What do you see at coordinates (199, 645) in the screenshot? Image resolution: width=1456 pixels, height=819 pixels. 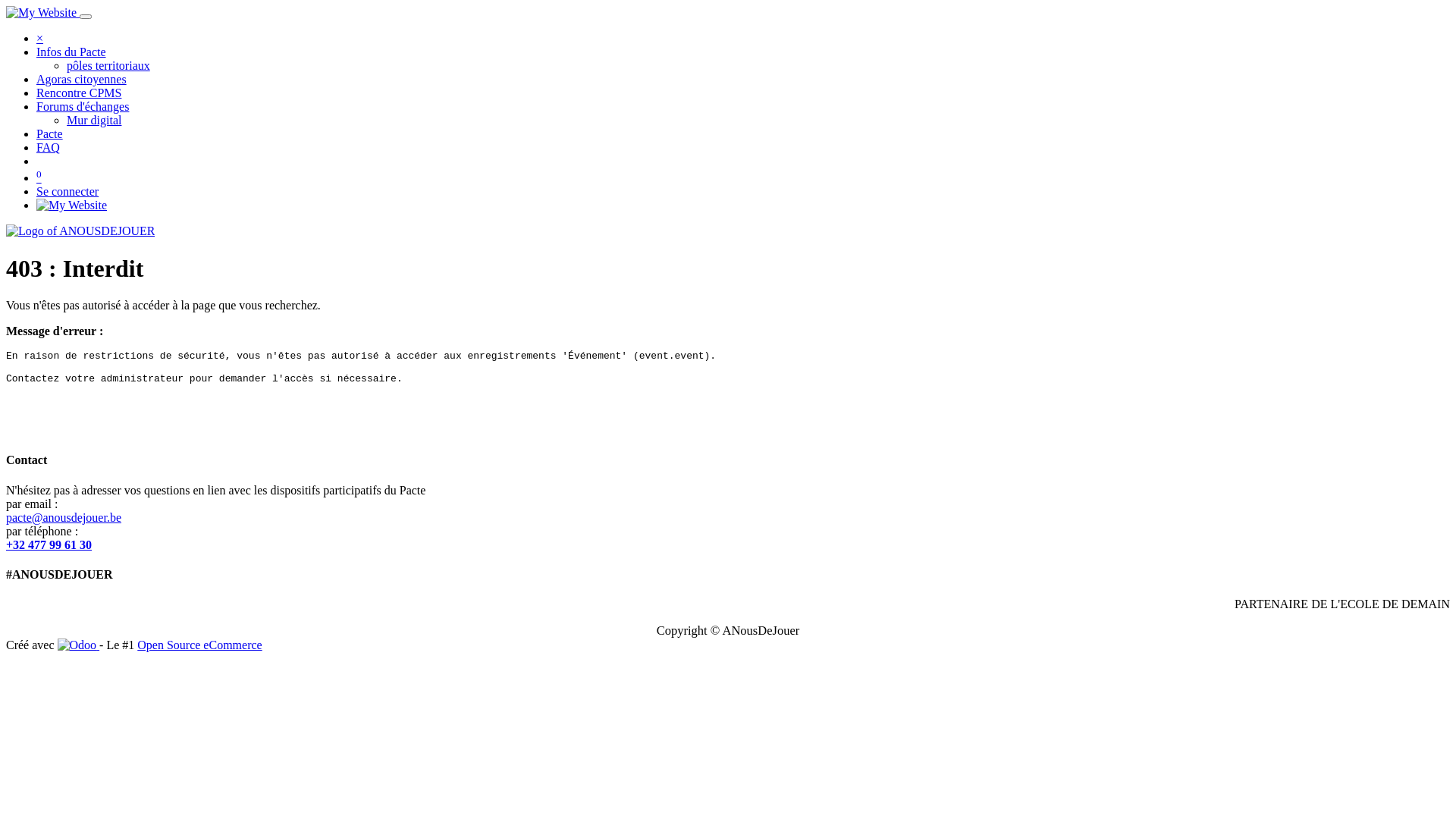 I see `'Open Source eCommerce'` at bounding box center [199, 645].